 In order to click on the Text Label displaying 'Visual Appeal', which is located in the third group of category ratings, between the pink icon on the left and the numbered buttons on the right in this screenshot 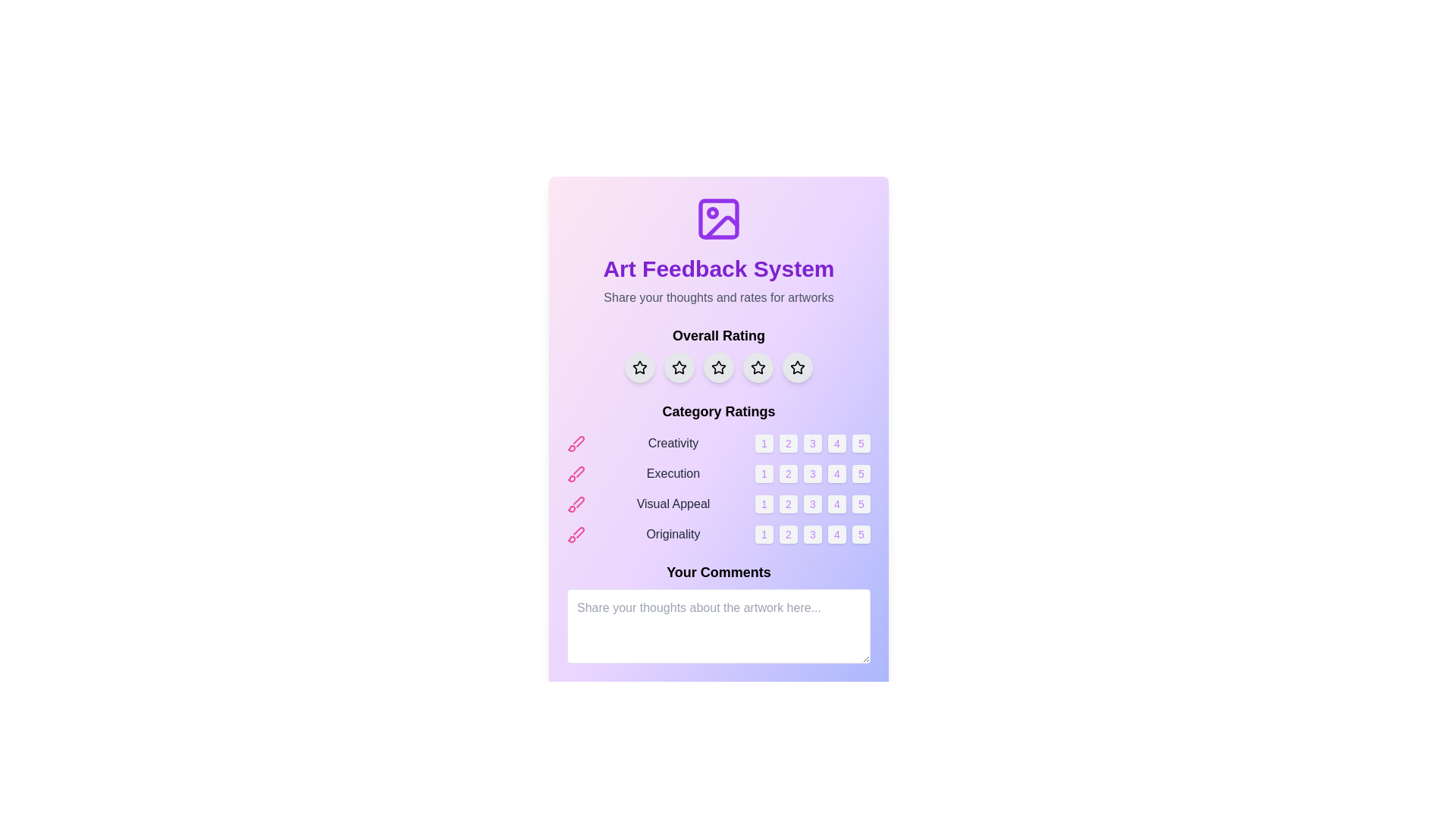, I will do `click(673, 504)`.